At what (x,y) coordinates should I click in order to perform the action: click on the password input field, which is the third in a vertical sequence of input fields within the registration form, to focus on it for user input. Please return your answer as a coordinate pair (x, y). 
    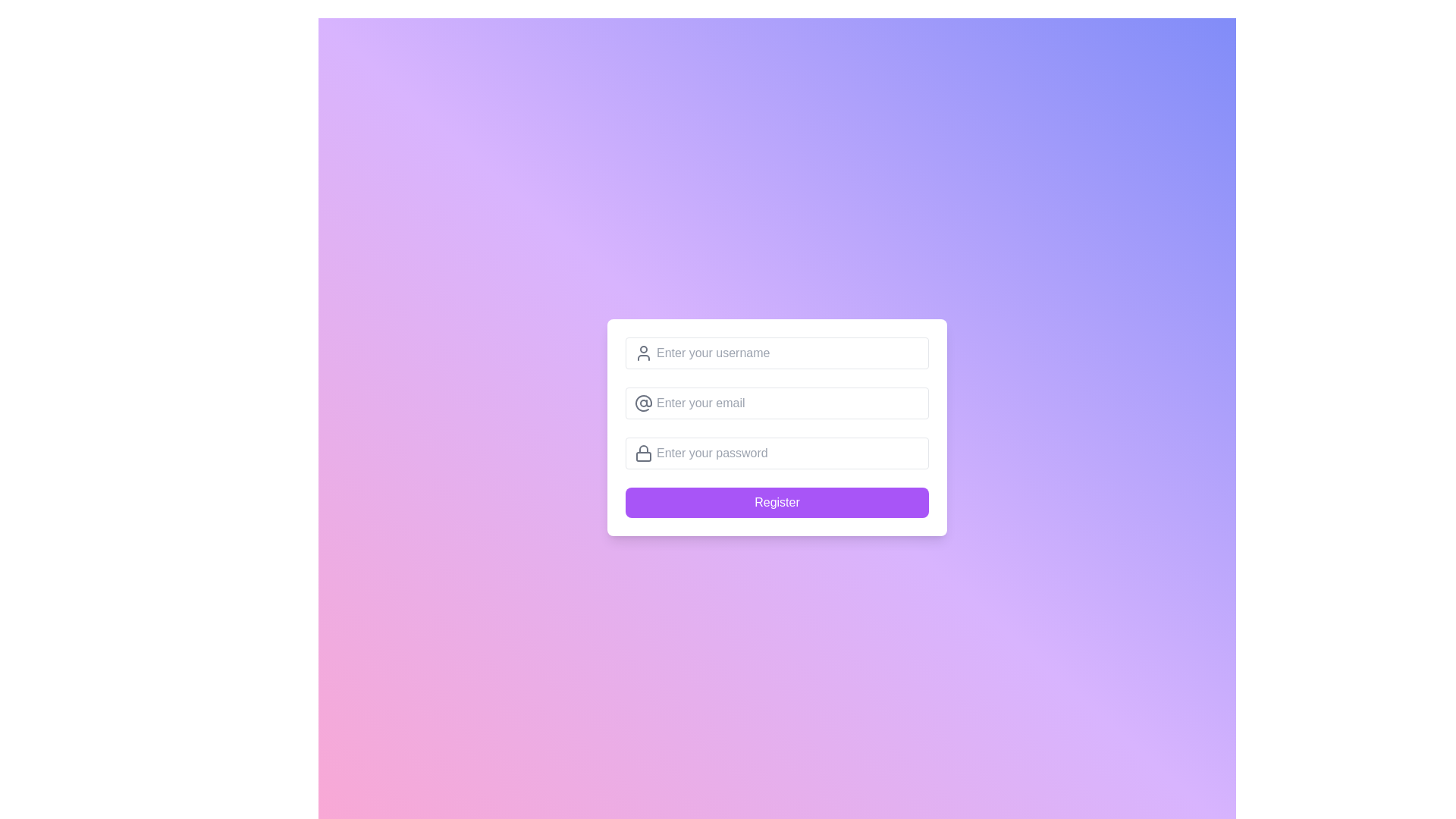
    Looking at the image, I should click on (777, 452).